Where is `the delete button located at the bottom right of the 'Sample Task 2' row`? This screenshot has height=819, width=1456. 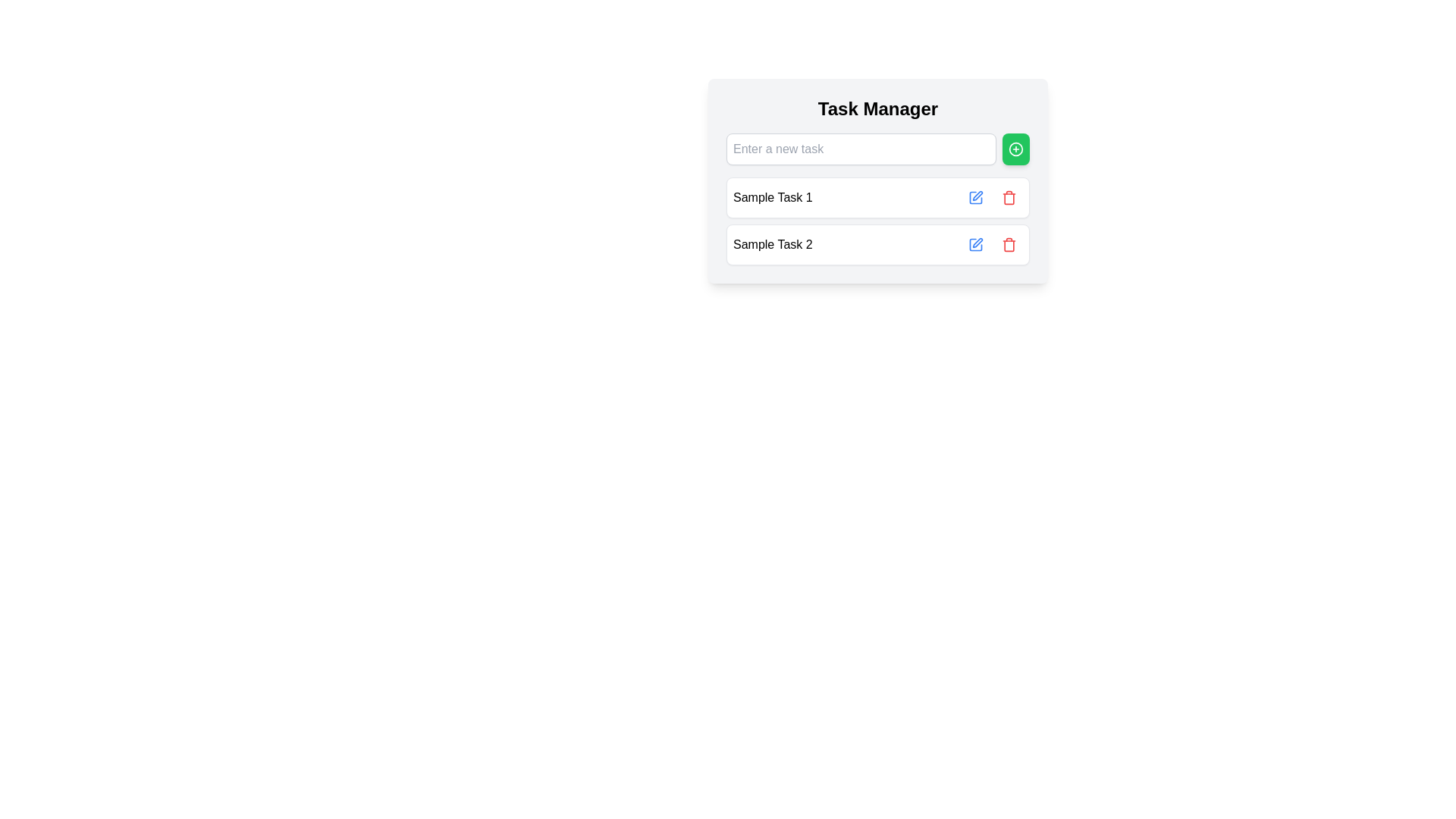
the delete button located at the bottom right of the 'Sample Task 2' row is located at coordinates (1009, 244).